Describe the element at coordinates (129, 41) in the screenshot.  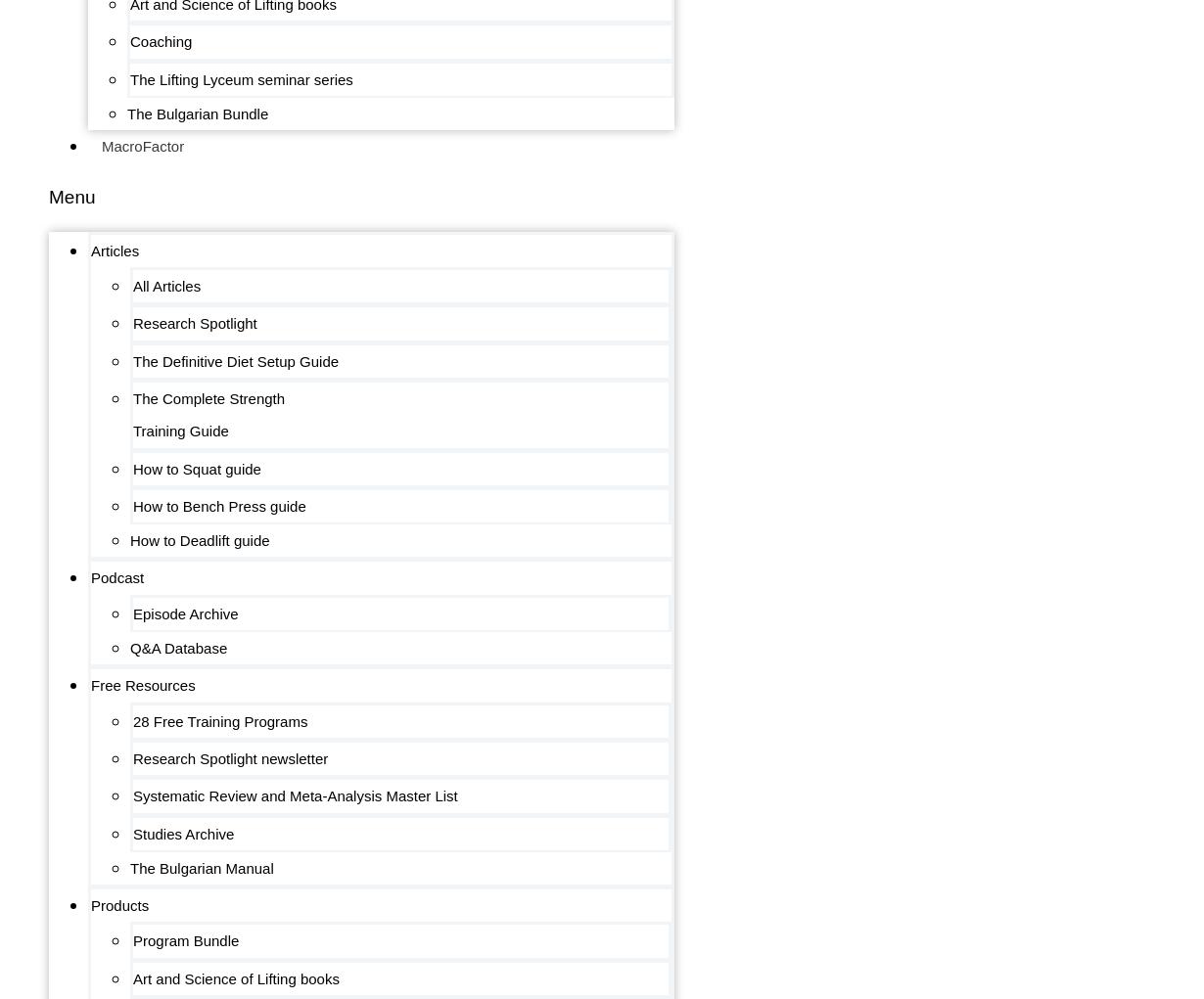
I see `'Coaching'` at that location.